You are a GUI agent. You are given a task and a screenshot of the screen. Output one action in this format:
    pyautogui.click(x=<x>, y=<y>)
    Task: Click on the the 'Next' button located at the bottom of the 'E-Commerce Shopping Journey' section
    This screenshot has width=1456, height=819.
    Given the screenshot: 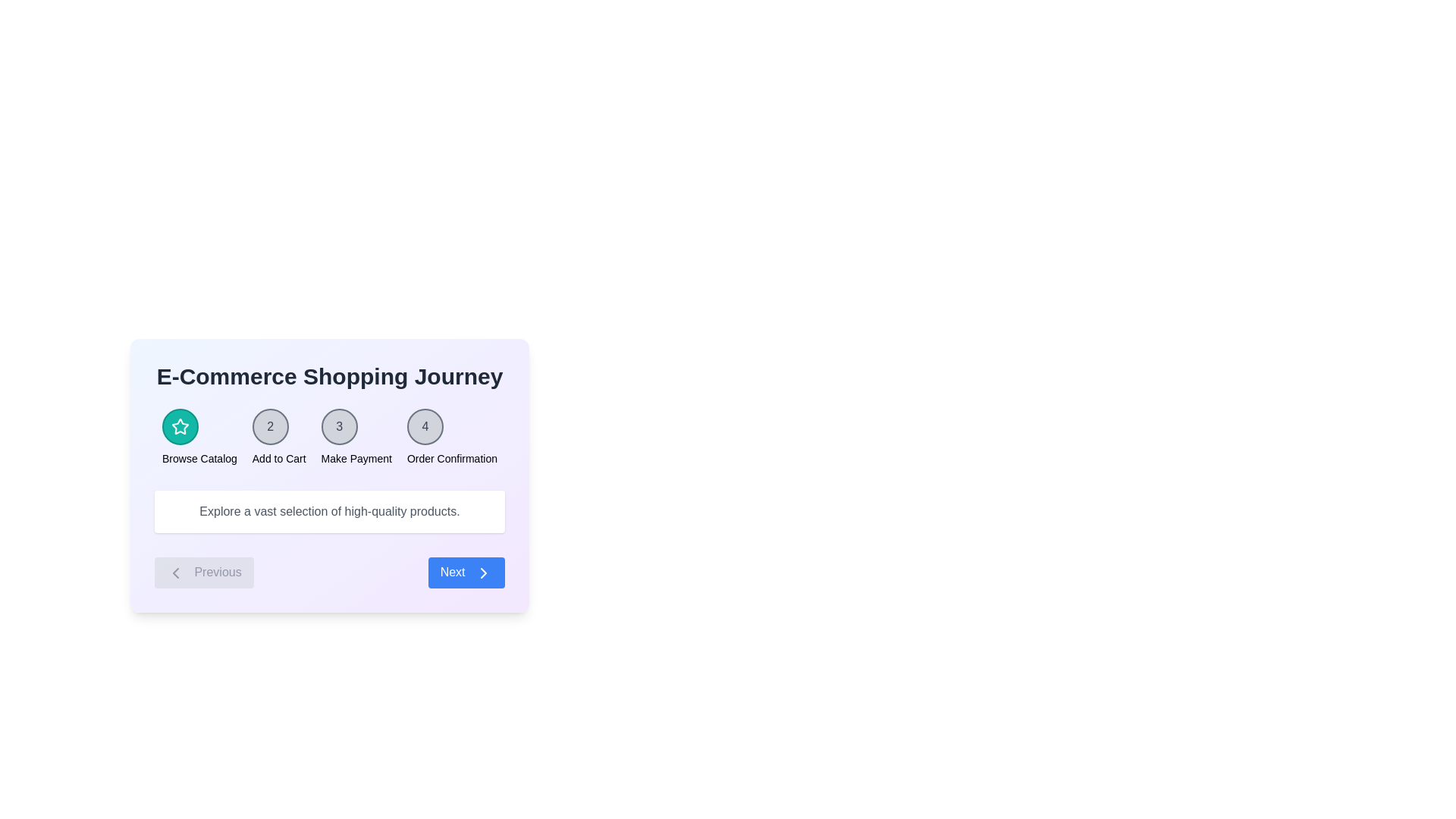 What is the action you would take?
    pyautogui.click(x=329, y=475)
    